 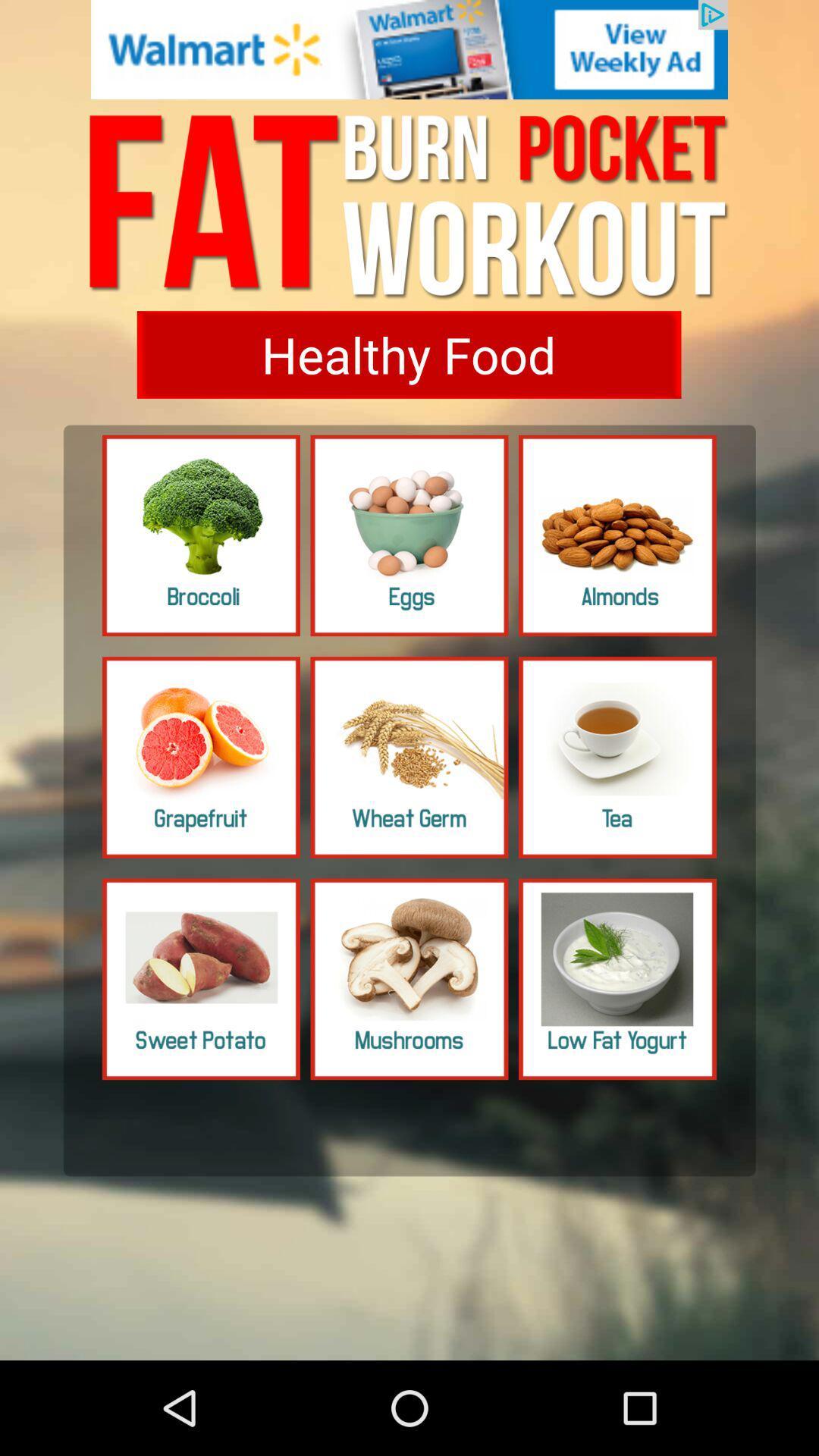 What do you see at coordinates (617, 757) in the screenshot?
I see `the food` at bounding box center [617, 757].